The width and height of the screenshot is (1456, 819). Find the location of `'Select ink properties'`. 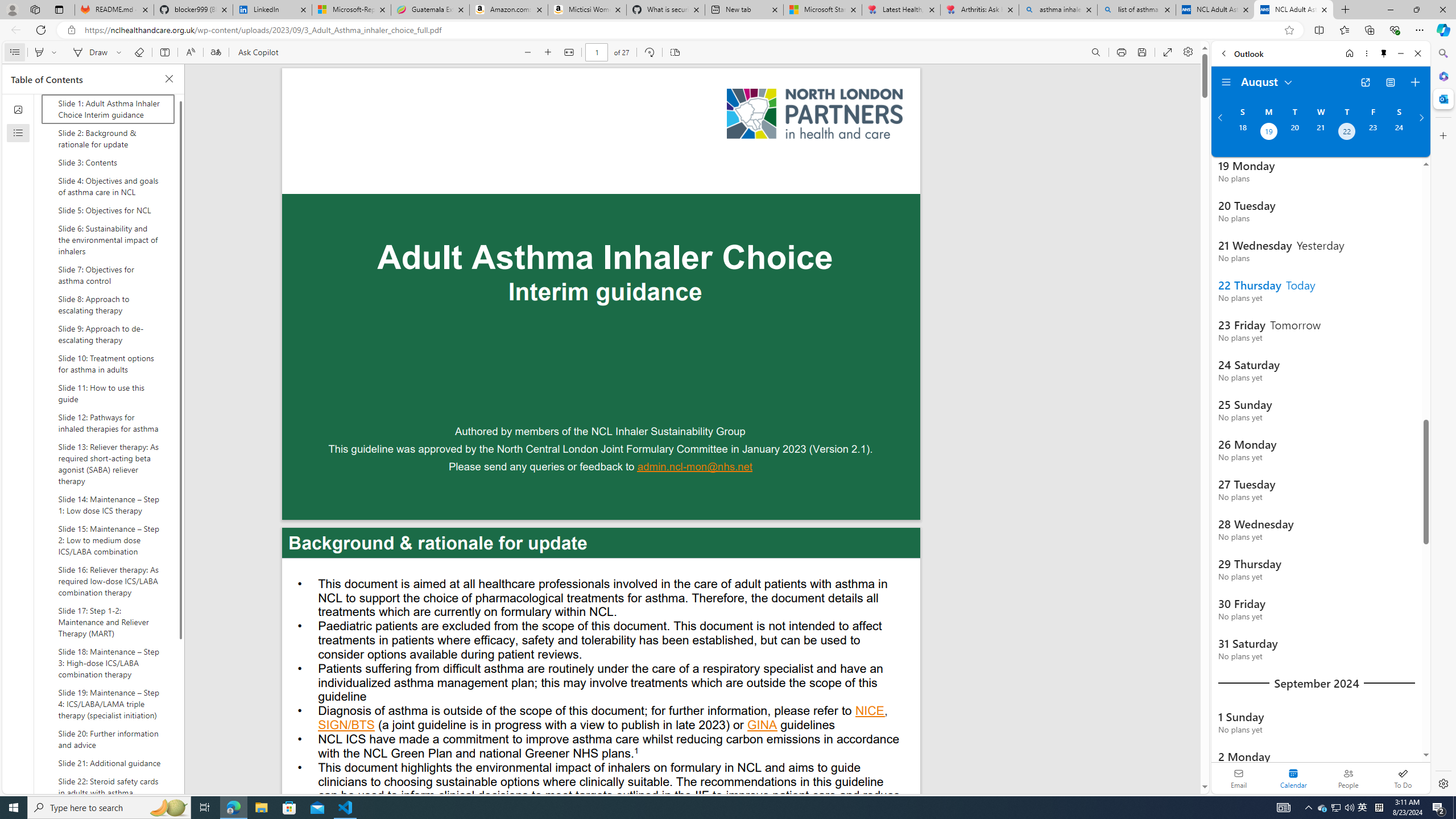

'Select ink properties' is located at coordinates (120, 52).